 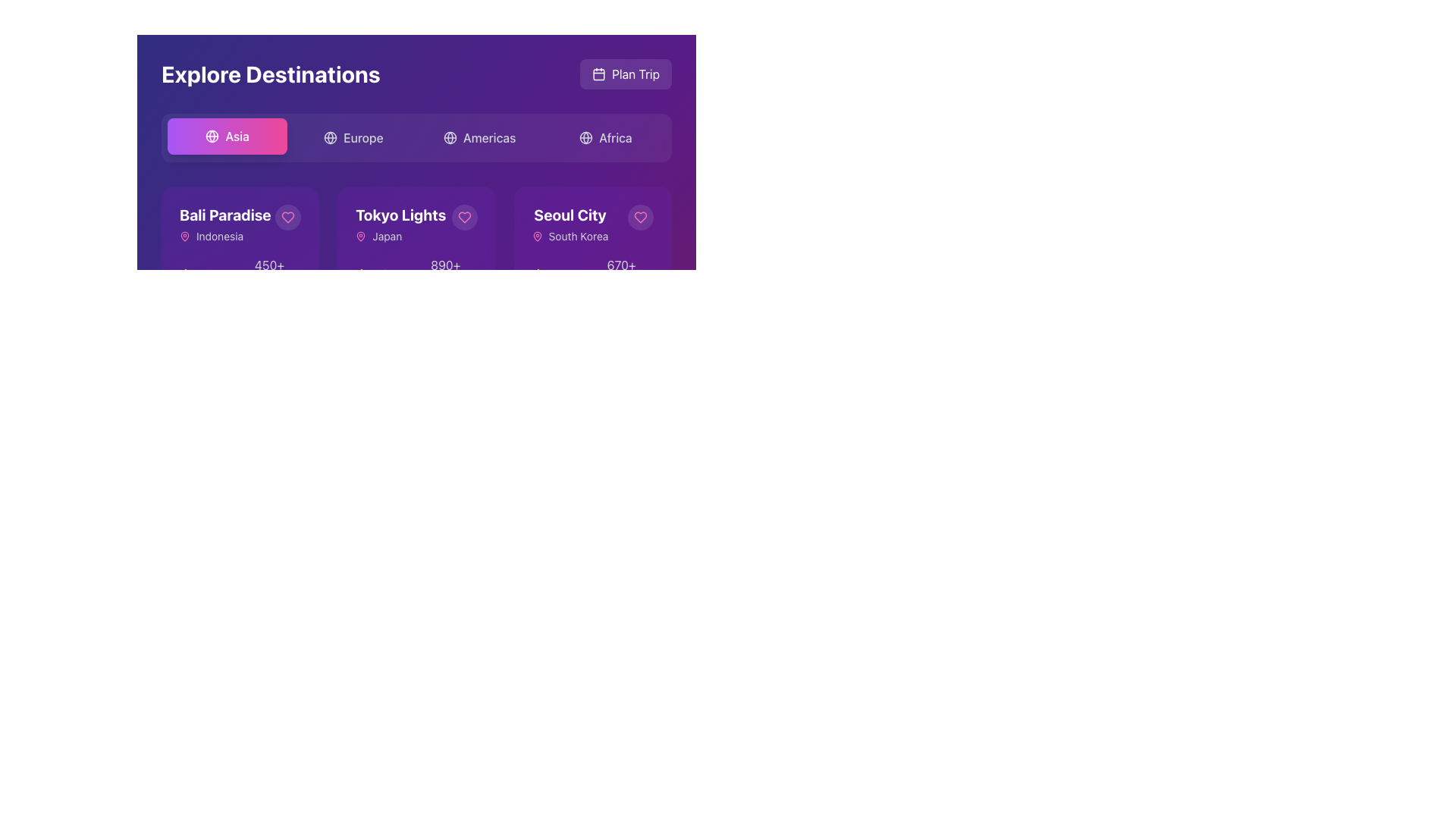 What do you see at coordinates (555, 275) in the screenshot?
I see `the numerical text display element '4.7', which is styled with a white font and located near a yellow star icon in the 'Explore Destinations' section of the 'Seoul City' card` at bounding box center [555, 275].